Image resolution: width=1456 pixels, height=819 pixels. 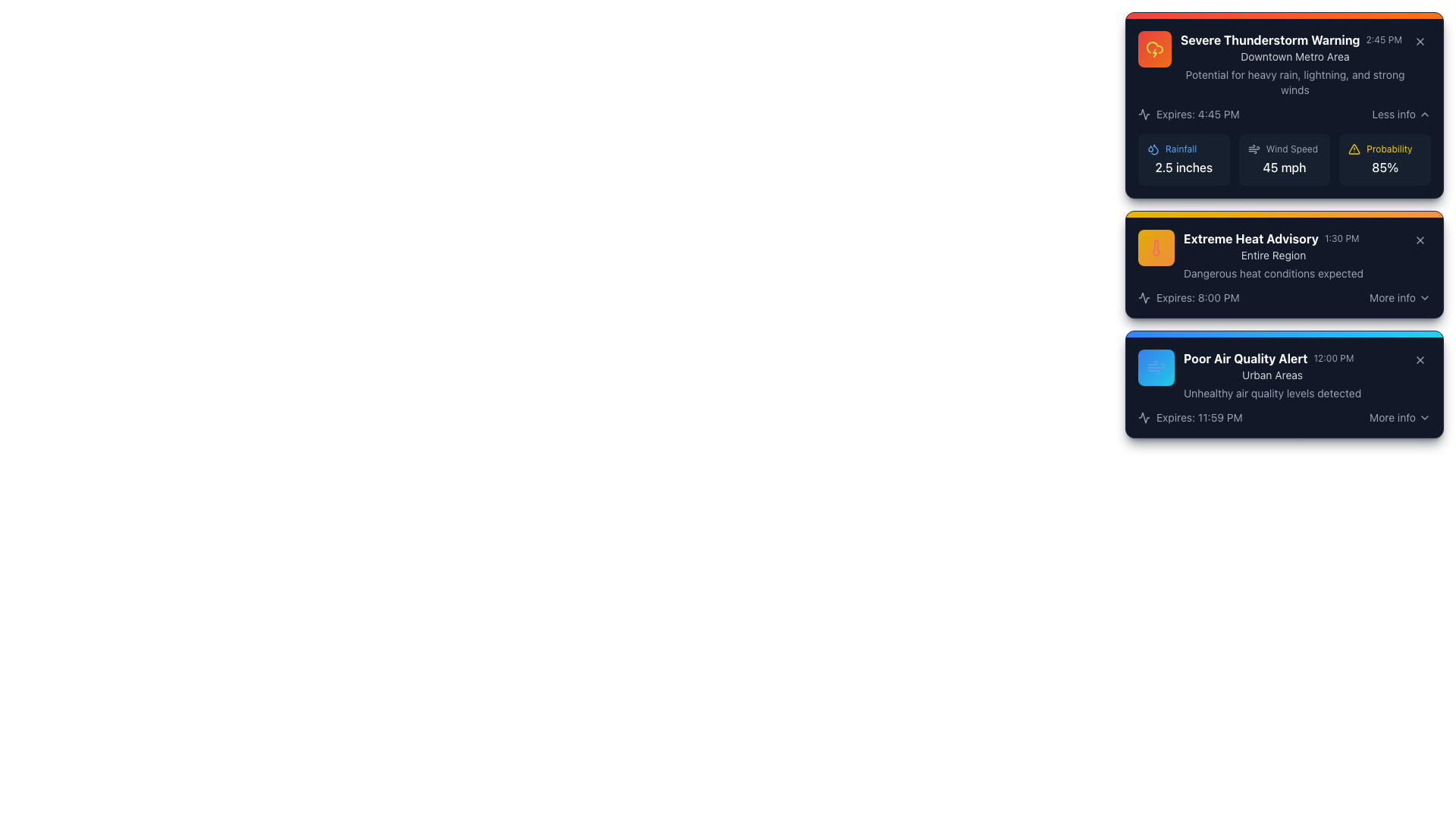 I want to click on the severe thunderstorm warning icon located at the top-left corner of the first alert box, adjacent to the text 'Severe Thunderstorm Warning', so click(x=1153, y=49).